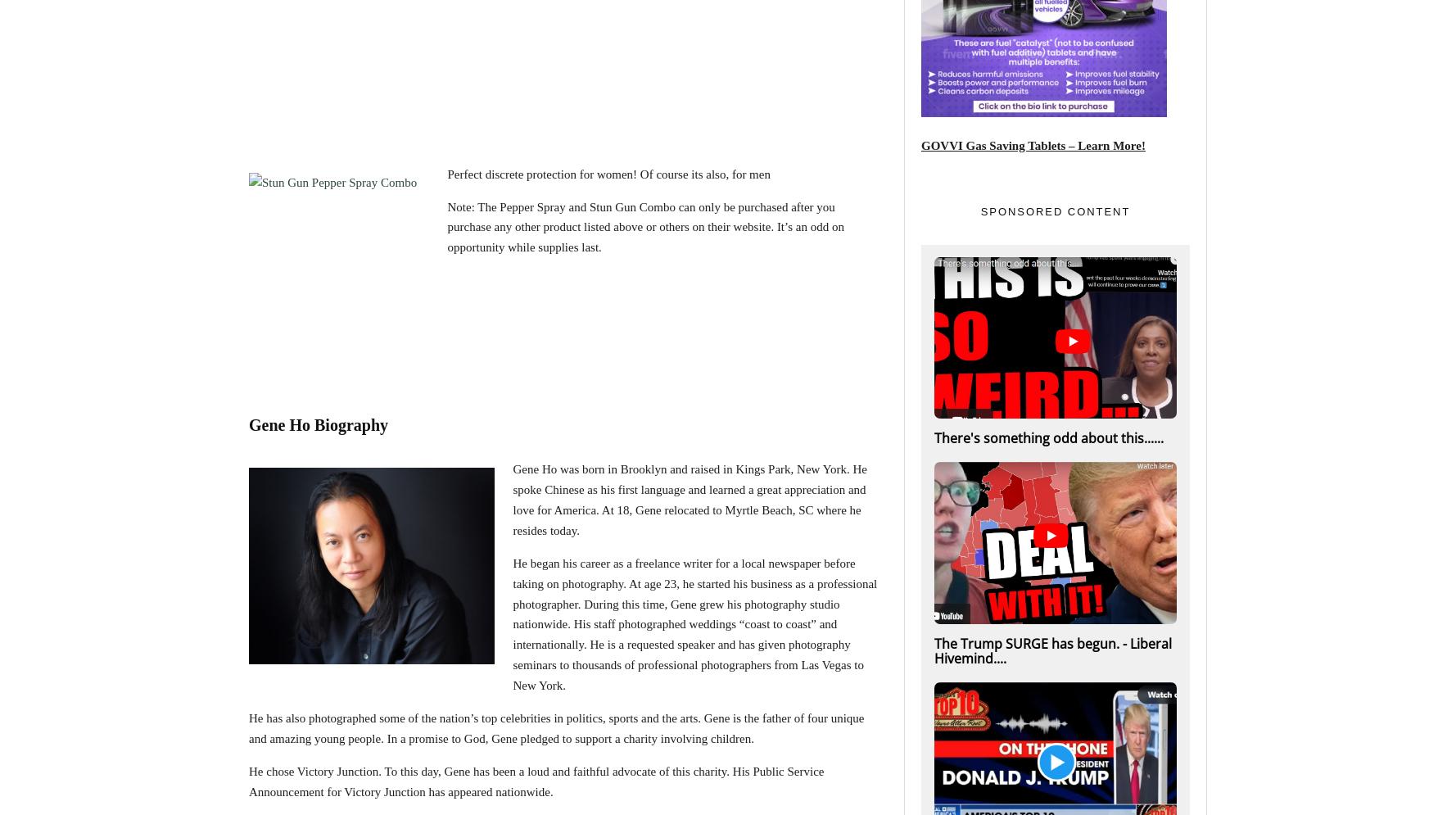 The height and width of the screenshot is (815, 1456). I want to click on 'He began his career as a freelance writer for a local newspaper before taking on photography. At age 23, he started his business as a professional photographer. During this time, Gene grew his photography studio nationwide. His staff photographed weddings “coast to coast” and internationally. He is a requested speaker and has given photography seminars to thousands of professional photographers from Las Vegas to New York.', so click(694, 623).